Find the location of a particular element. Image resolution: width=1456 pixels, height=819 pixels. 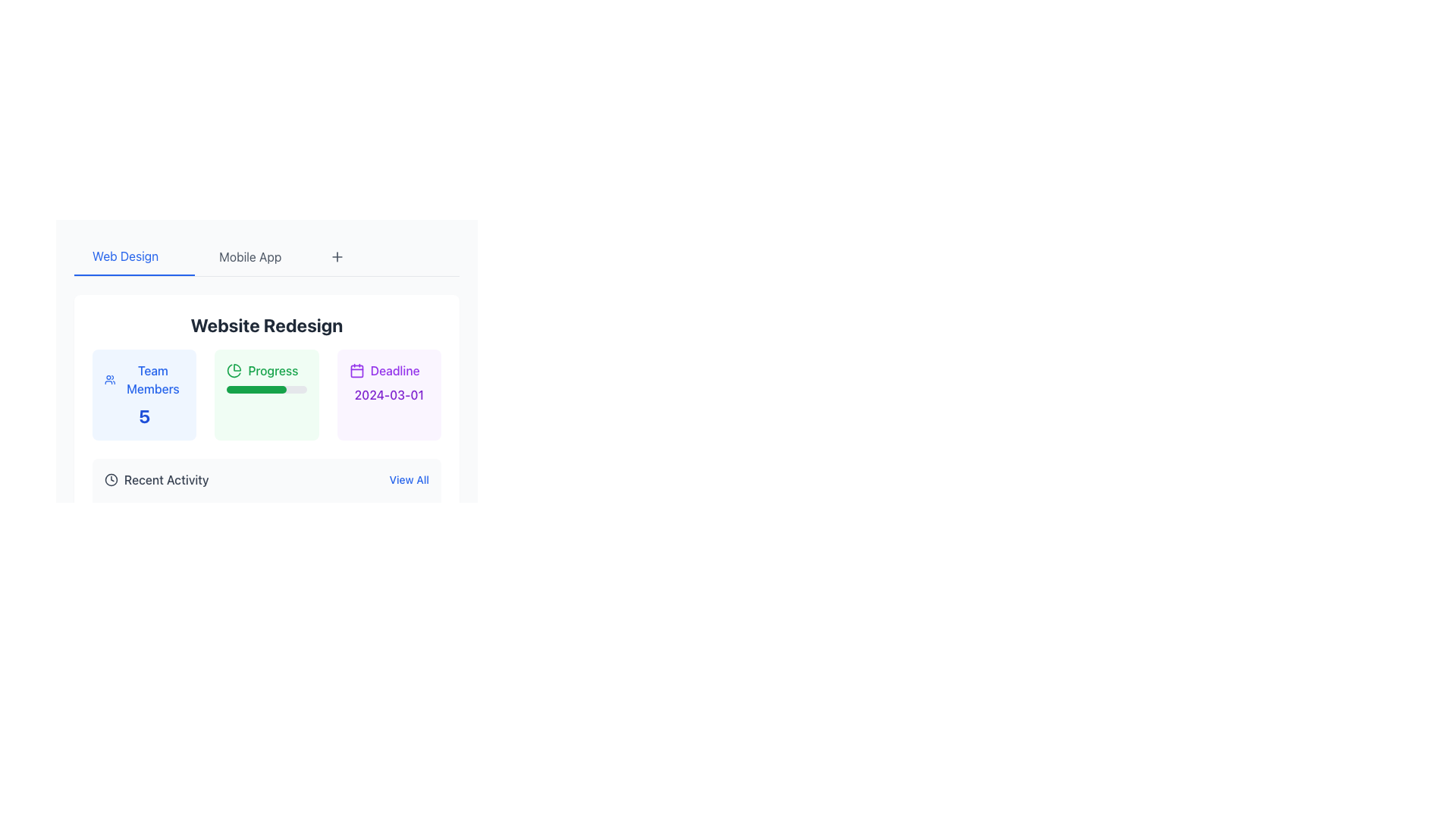

text label that says 'Deadline' with a purple font color, which is located in the top-left corner of the section labeled 'Deadline 2024-03-01' is located at coordinates (389, 371).